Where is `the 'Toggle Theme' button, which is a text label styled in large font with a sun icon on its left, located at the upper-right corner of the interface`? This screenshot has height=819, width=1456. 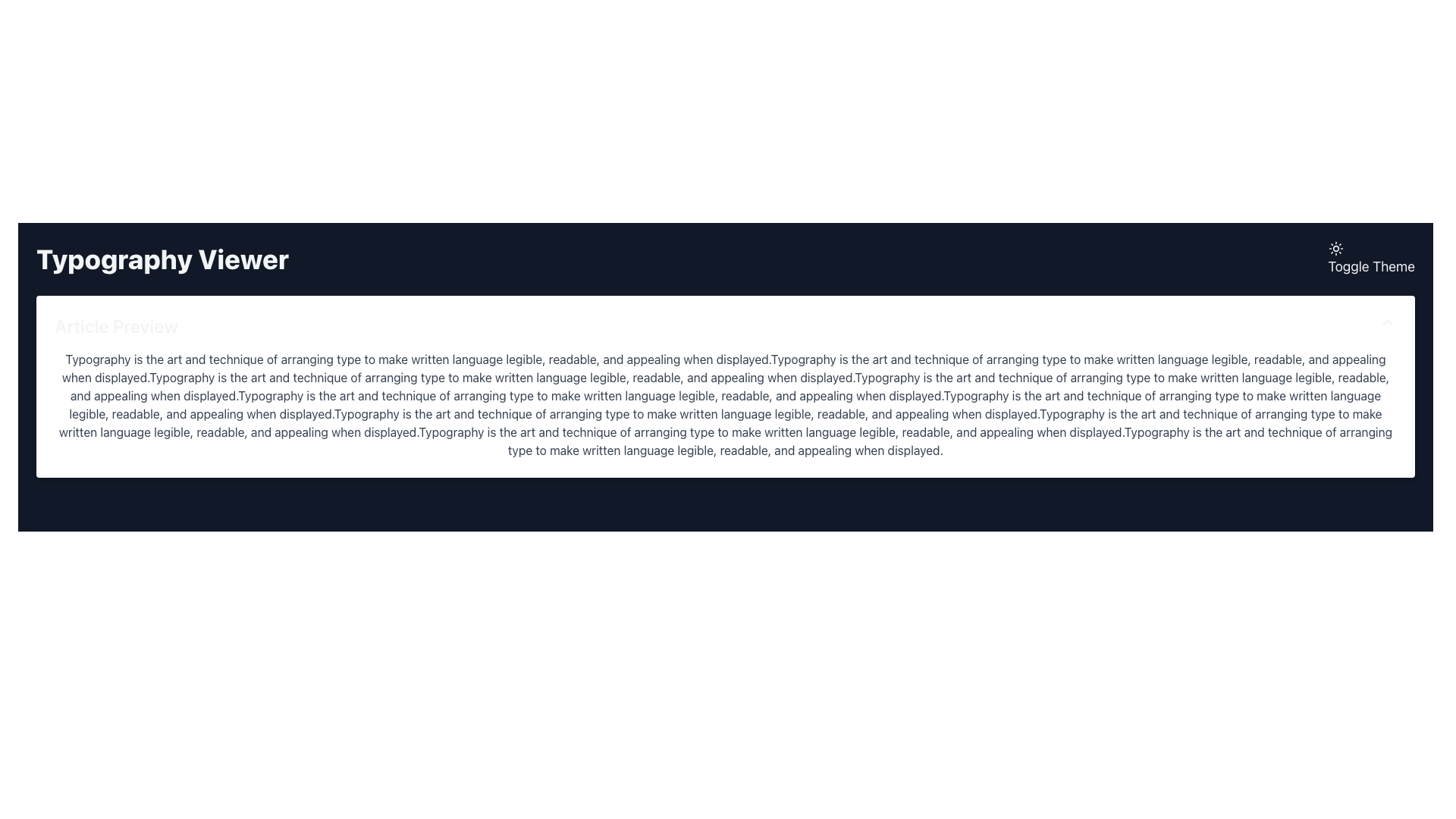 the 'Toggle Theme' button, which is a text label styled in large font with a sun icon on its left, located at the upper-right corner of the interface is located at coordinates (1371, 259).